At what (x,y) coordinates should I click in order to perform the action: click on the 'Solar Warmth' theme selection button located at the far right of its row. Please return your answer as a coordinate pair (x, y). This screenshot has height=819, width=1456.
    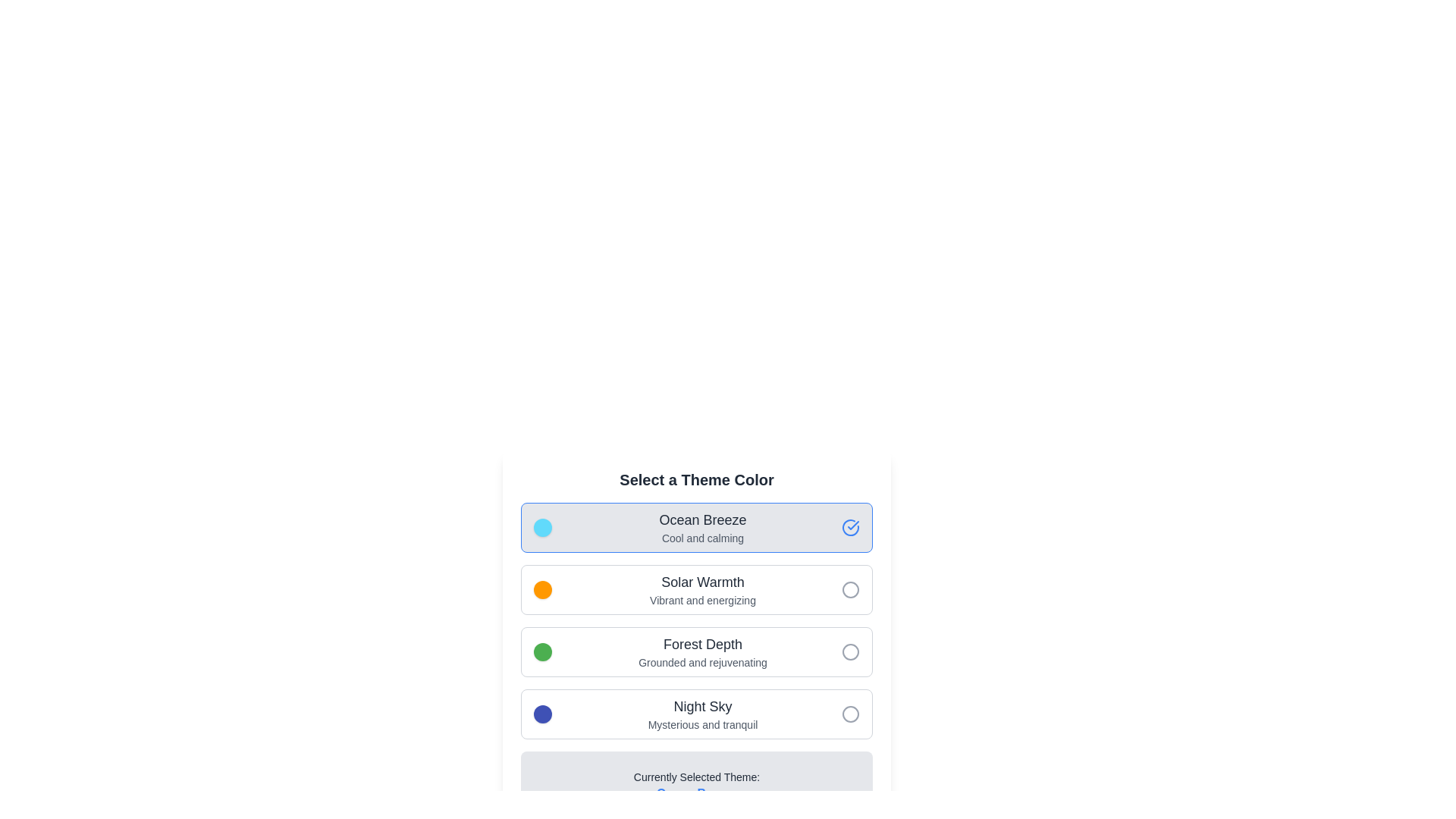
    Looking at the image, I should click on (851, 589).